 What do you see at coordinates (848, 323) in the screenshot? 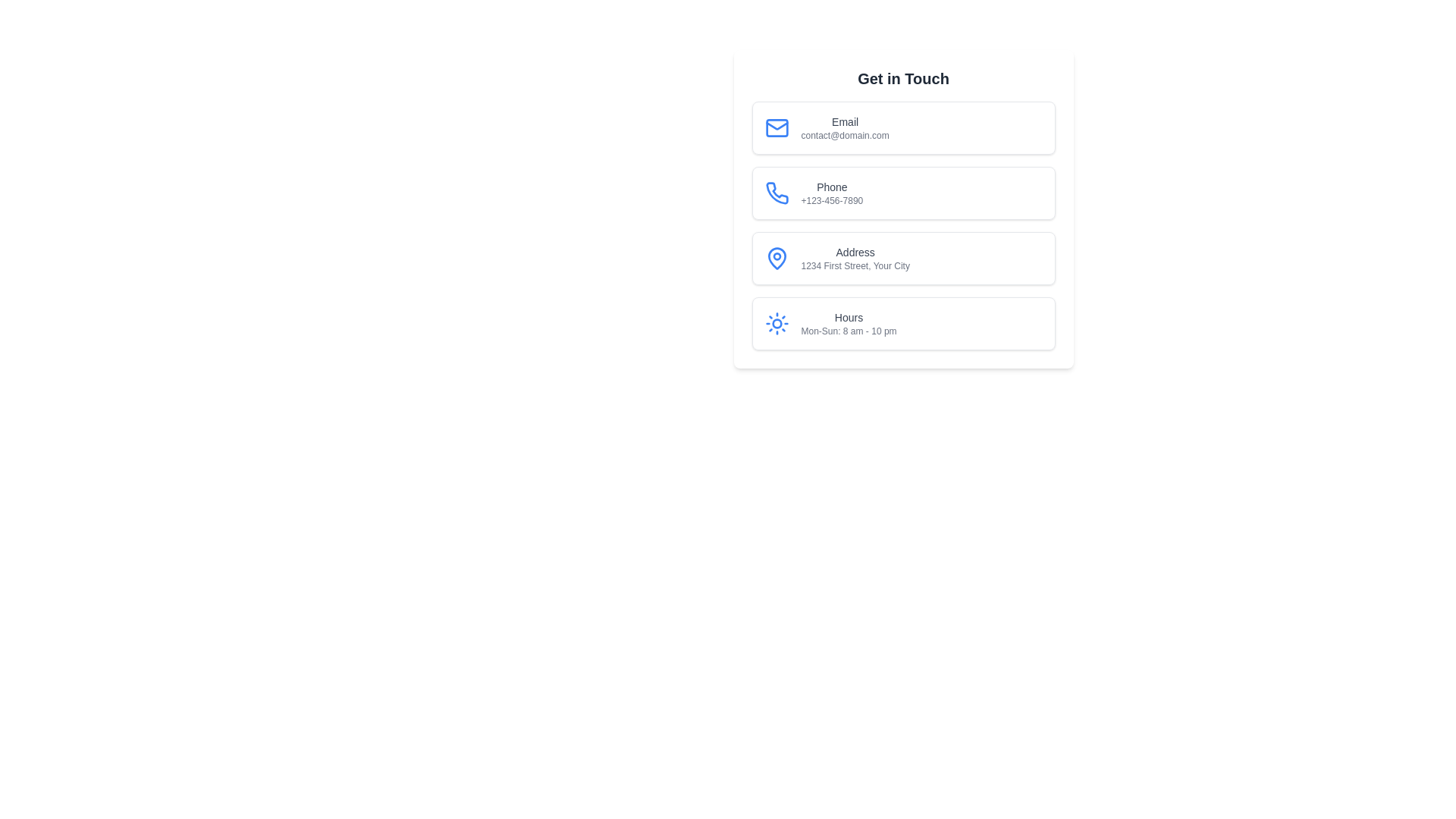
I see `the non-interactive text display element that shows 'Hours' and 'Mon-Sun: 8 am - 10 pm', located to the right of the blue sun icon within the fourth item of a vertical list` at bounding box center [848, 323].